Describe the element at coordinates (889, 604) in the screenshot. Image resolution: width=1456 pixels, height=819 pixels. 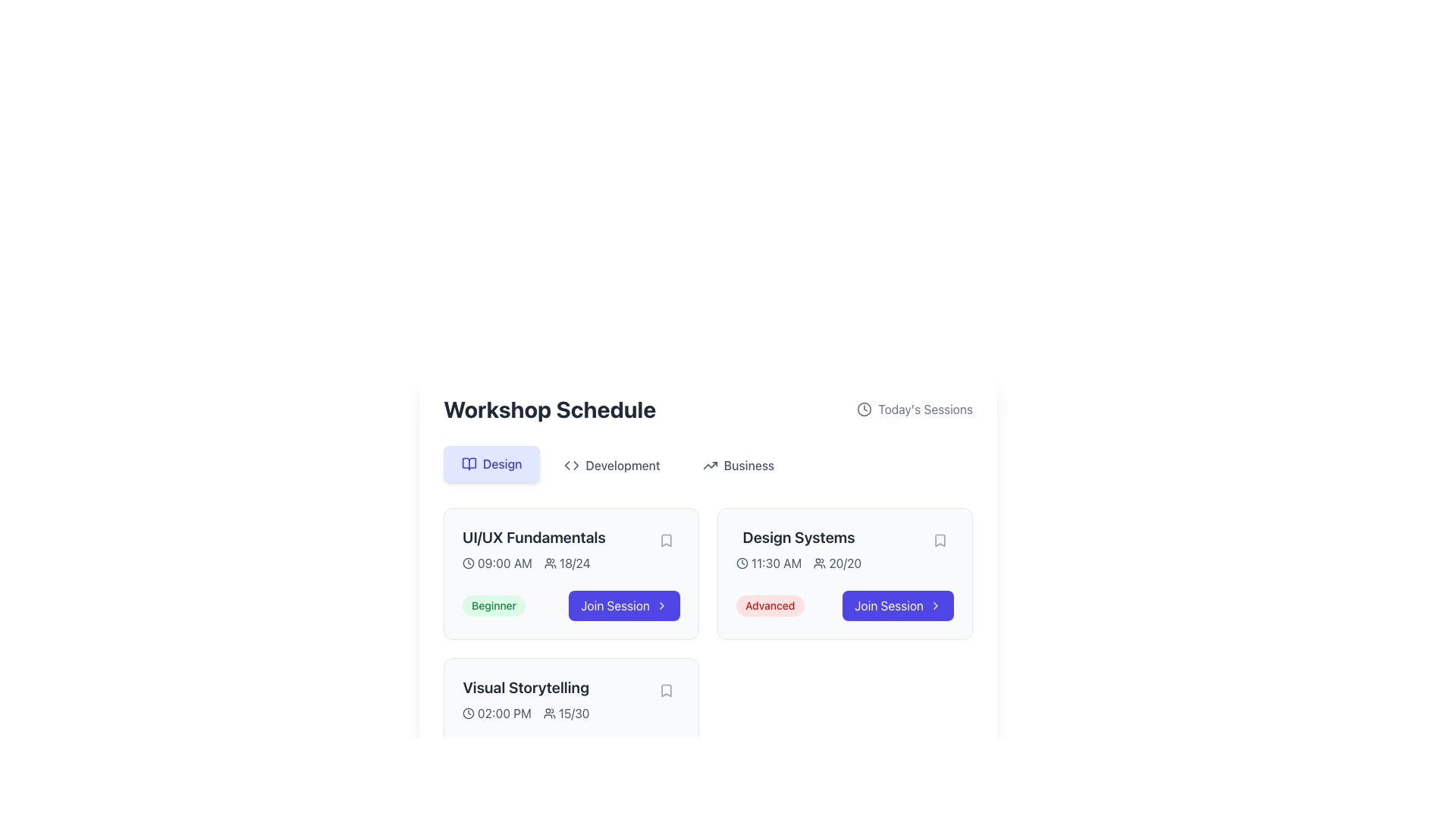
I see `the central text label of the interactive button that allows users to join the 'Design Systems' session located in the lower-right portion of the workshop card` at that location.